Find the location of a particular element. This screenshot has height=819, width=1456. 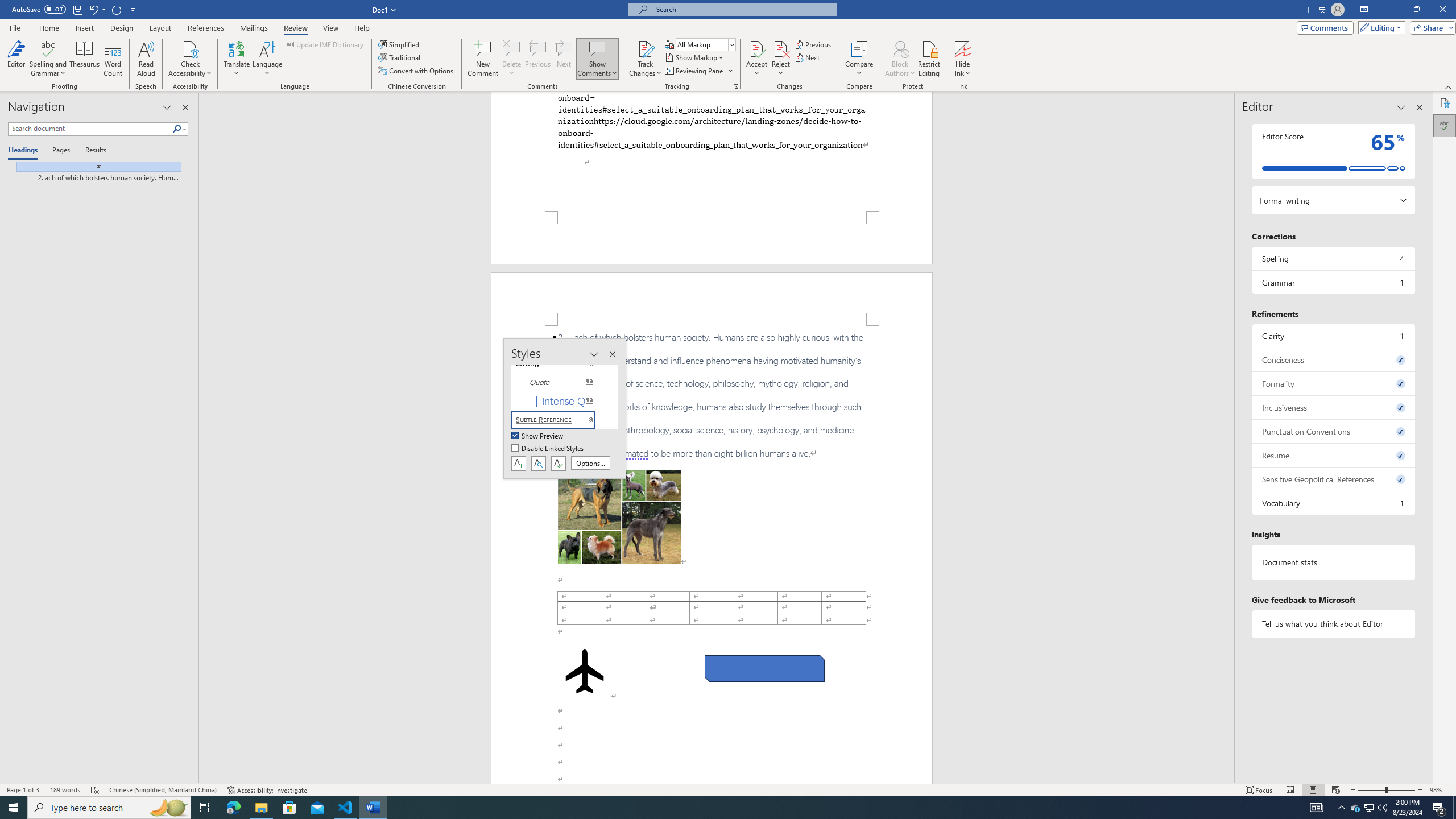

'Class: NetUIButton' is located at coordinates (559, 464).